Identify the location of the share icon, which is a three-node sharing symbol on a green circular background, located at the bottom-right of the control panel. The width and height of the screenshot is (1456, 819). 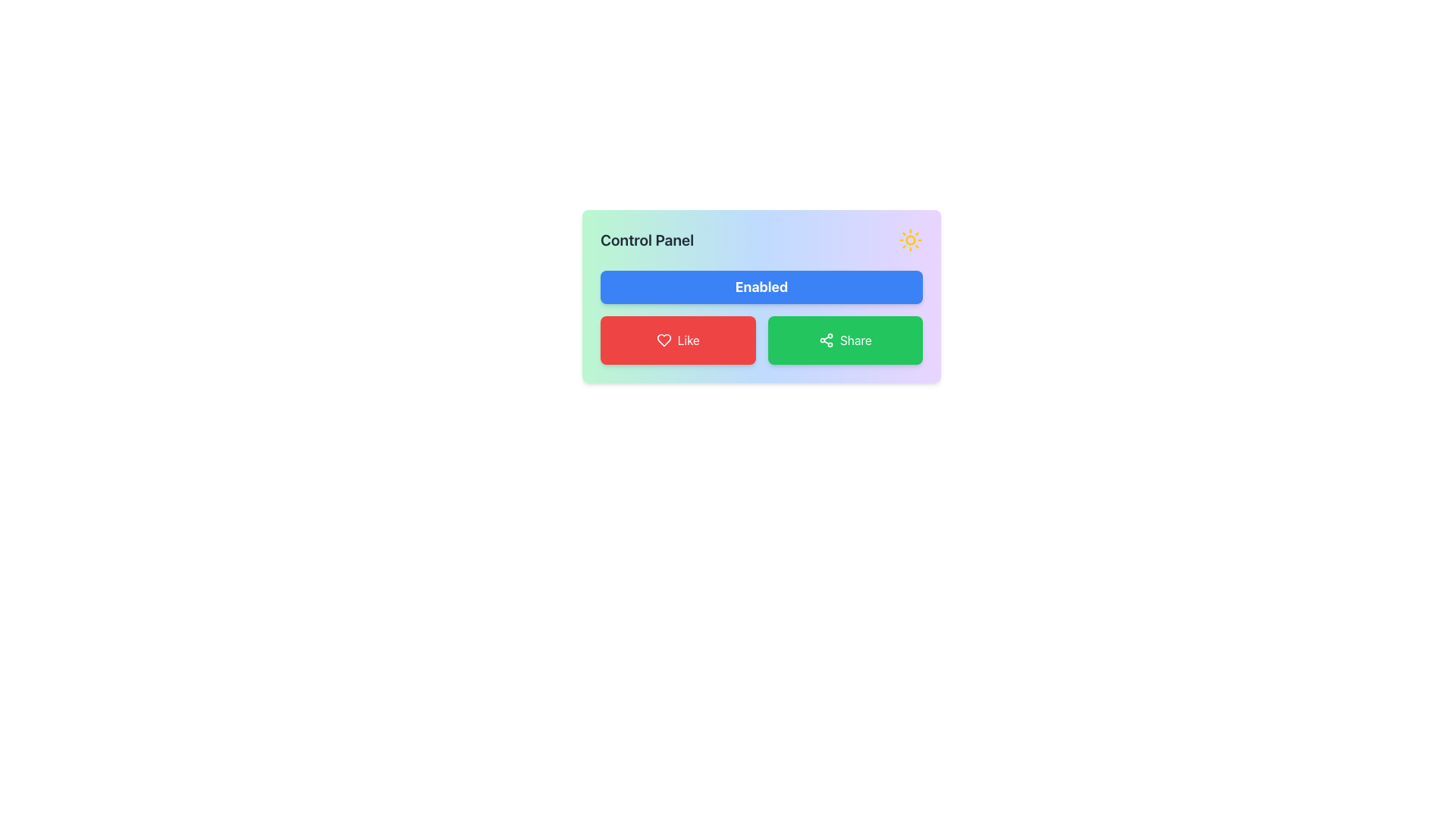
(825, 339).